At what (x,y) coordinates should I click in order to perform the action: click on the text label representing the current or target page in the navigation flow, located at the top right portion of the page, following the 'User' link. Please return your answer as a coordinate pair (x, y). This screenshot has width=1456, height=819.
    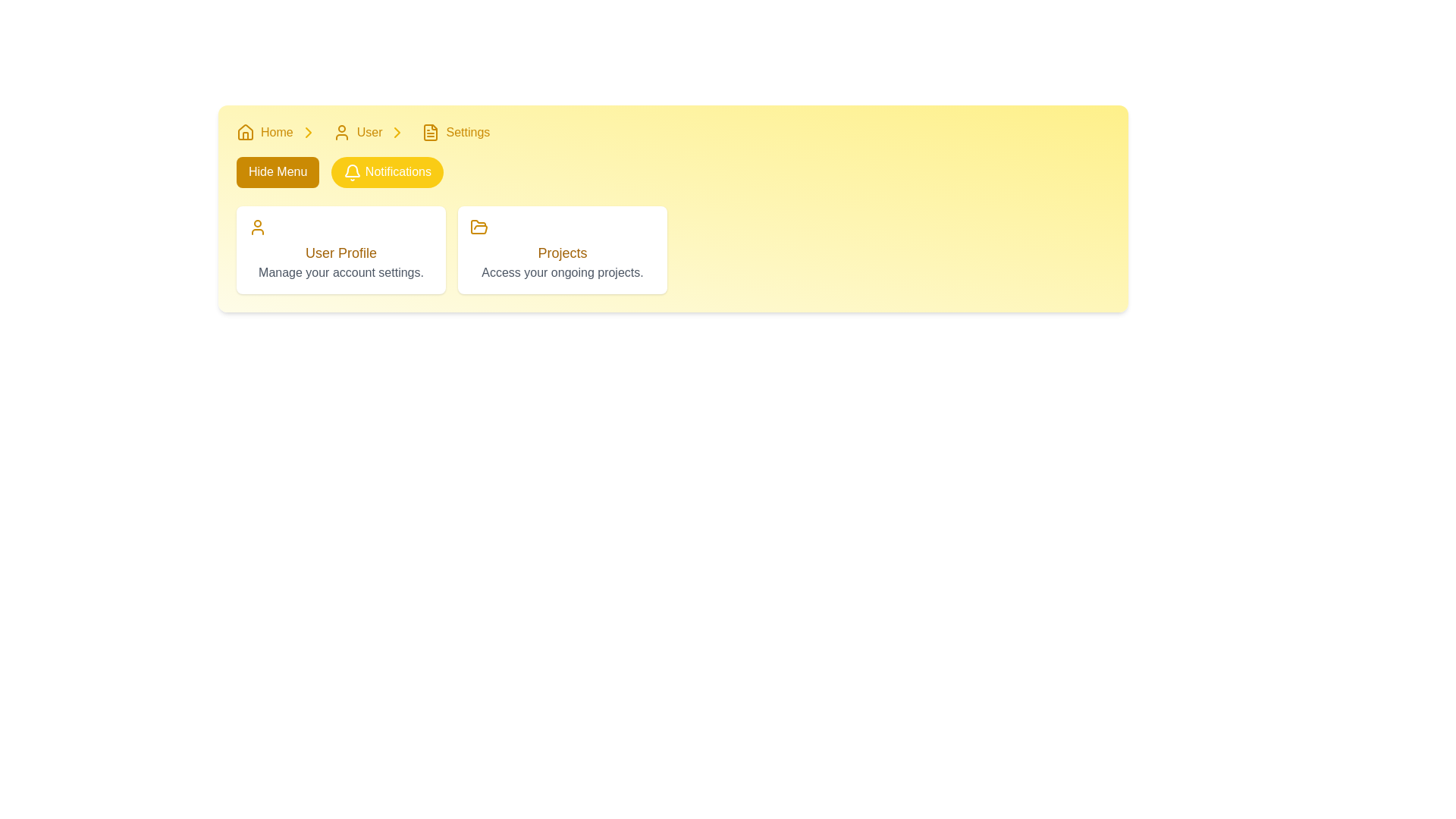
    Looking at the image, I should click on (467, 131).